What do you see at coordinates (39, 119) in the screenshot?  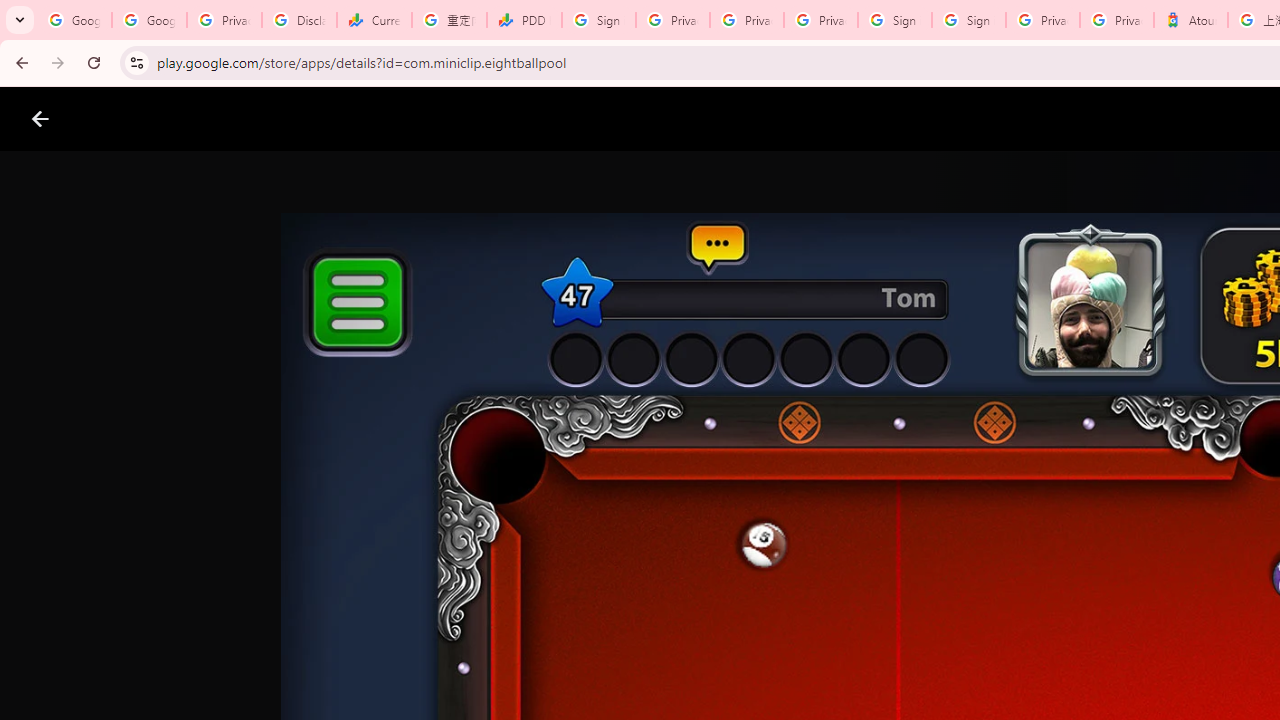 I see `'Close screenshot viewer'` at bounding box center [39, 119].